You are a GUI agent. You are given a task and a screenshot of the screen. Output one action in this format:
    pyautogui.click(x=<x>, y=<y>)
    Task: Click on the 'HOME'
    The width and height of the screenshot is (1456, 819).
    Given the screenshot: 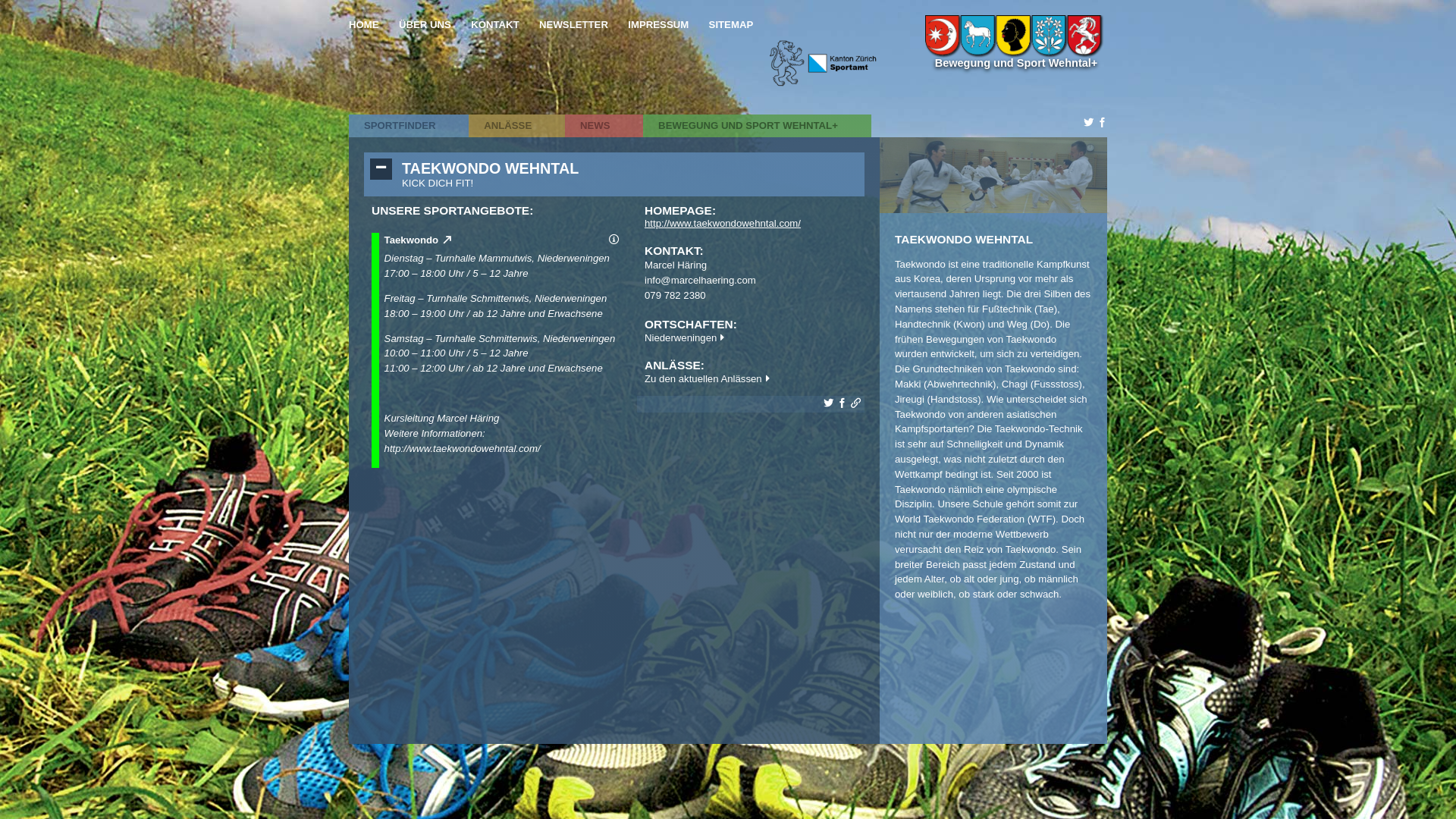 What is the action you would take?
    pyautogui.click(x=364, y=24)
    